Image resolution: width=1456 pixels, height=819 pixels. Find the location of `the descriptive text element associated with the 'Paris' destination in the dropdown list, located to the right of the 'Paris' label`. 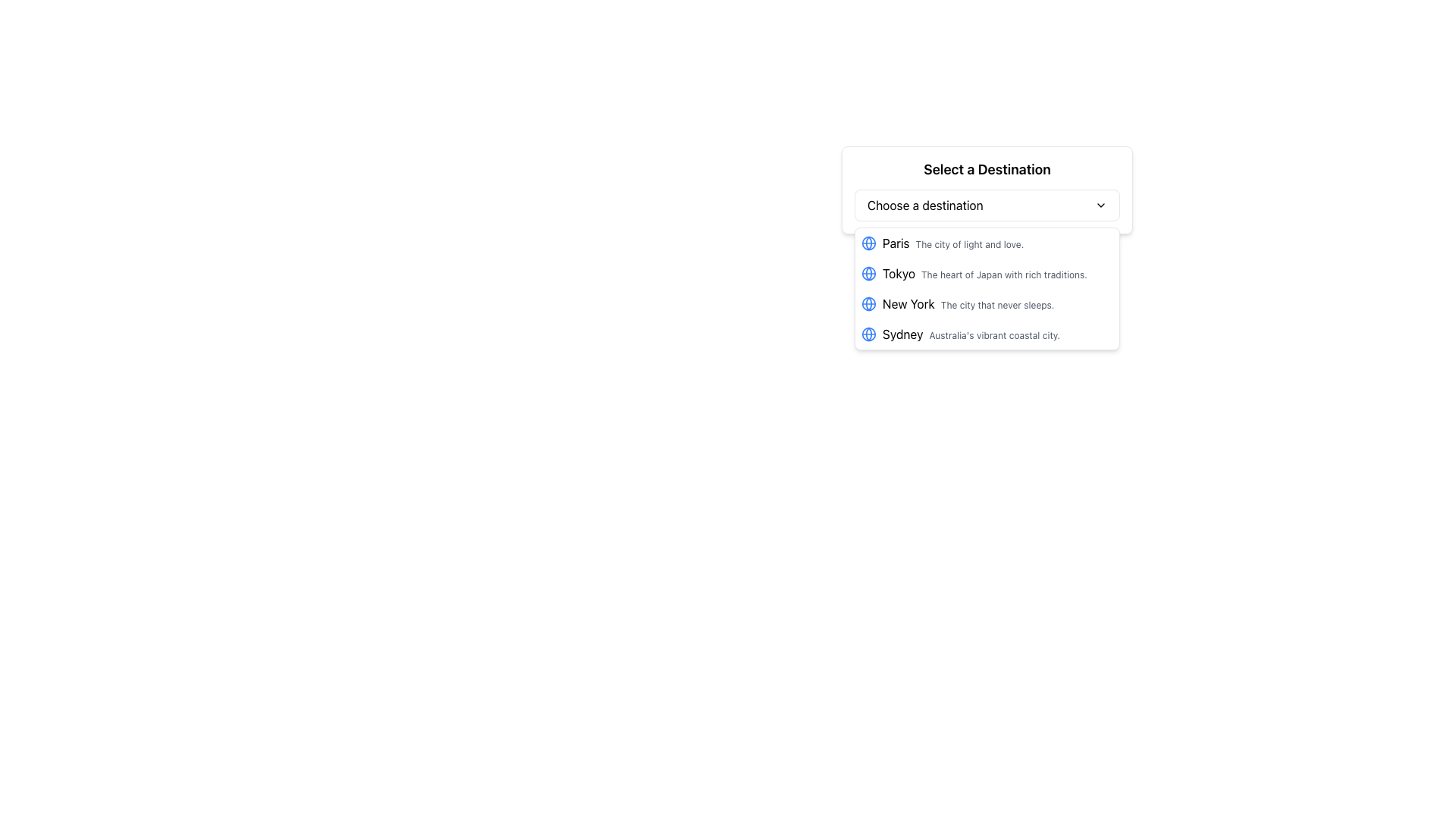

the descriptive text element associated with the 'Paris' destination in the dropdown list, located to the right of the 'Paris' label is located at coordinates (968, 243).